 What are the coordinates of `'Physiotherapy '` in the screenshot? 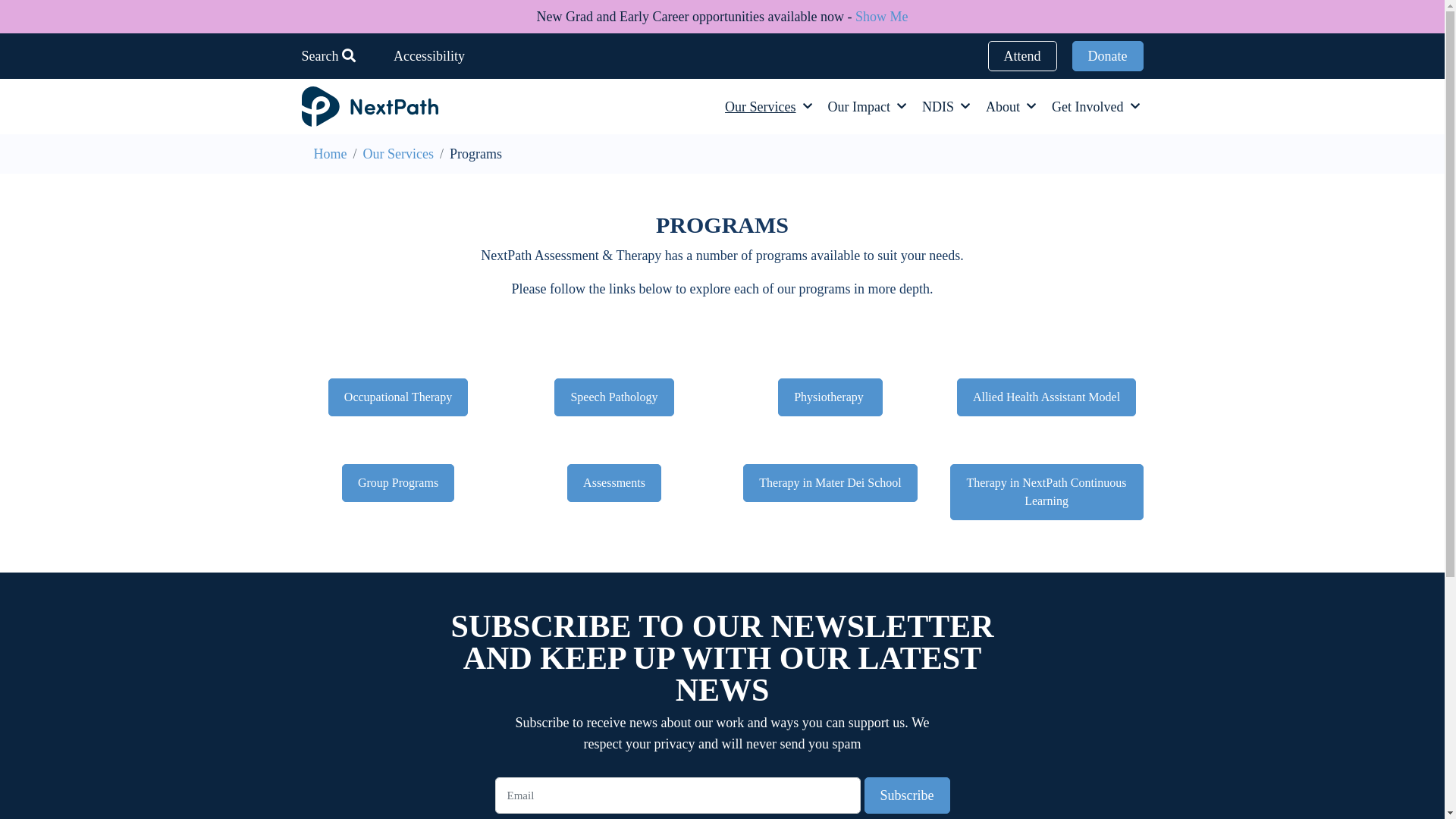 It's located at (829, 397).